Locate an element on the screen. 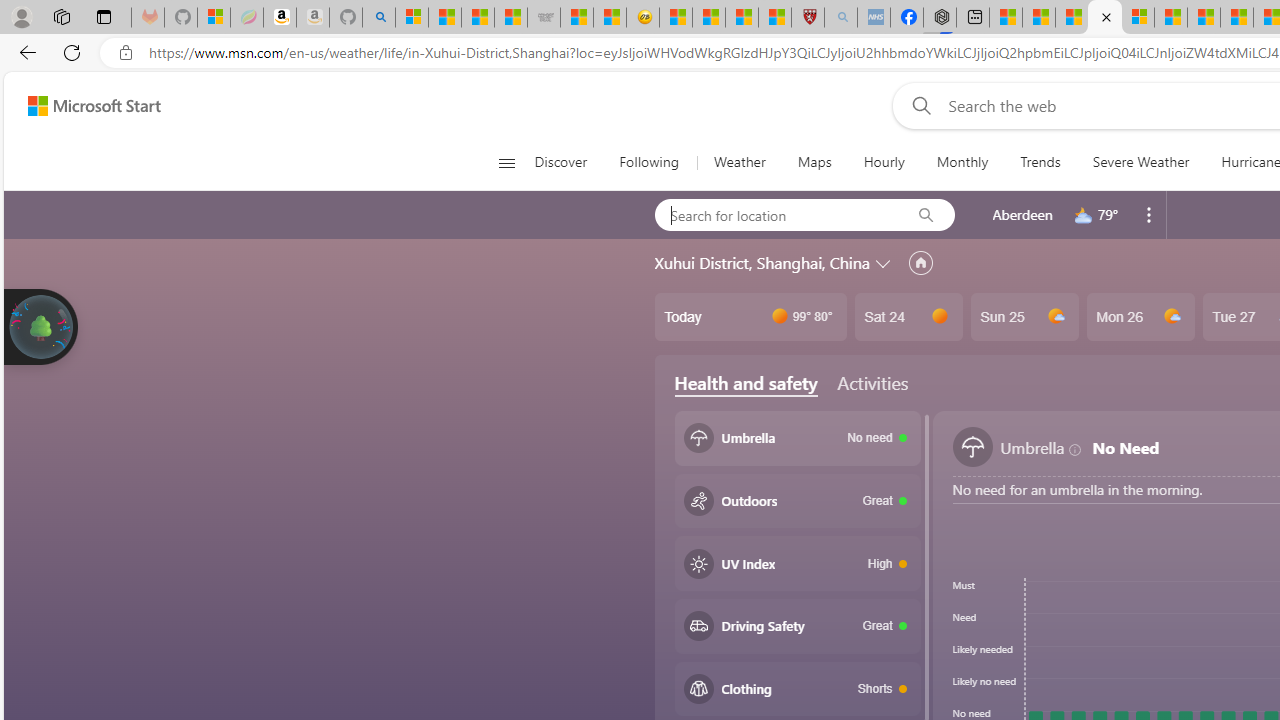  'Sun 25' is located at coordinates (1024, 316).